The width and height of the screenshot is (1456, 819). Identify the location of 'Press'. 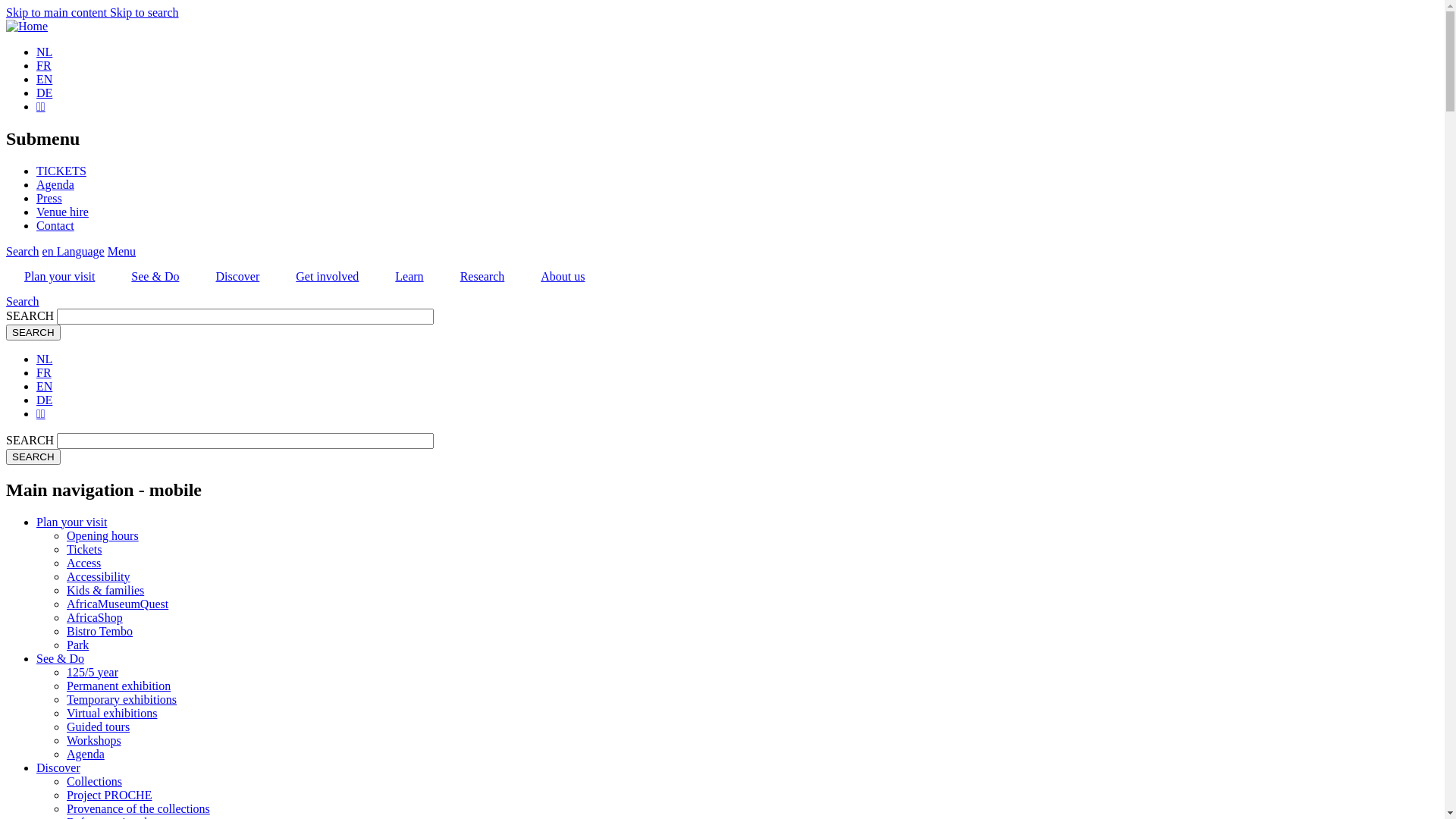
(36, 197).